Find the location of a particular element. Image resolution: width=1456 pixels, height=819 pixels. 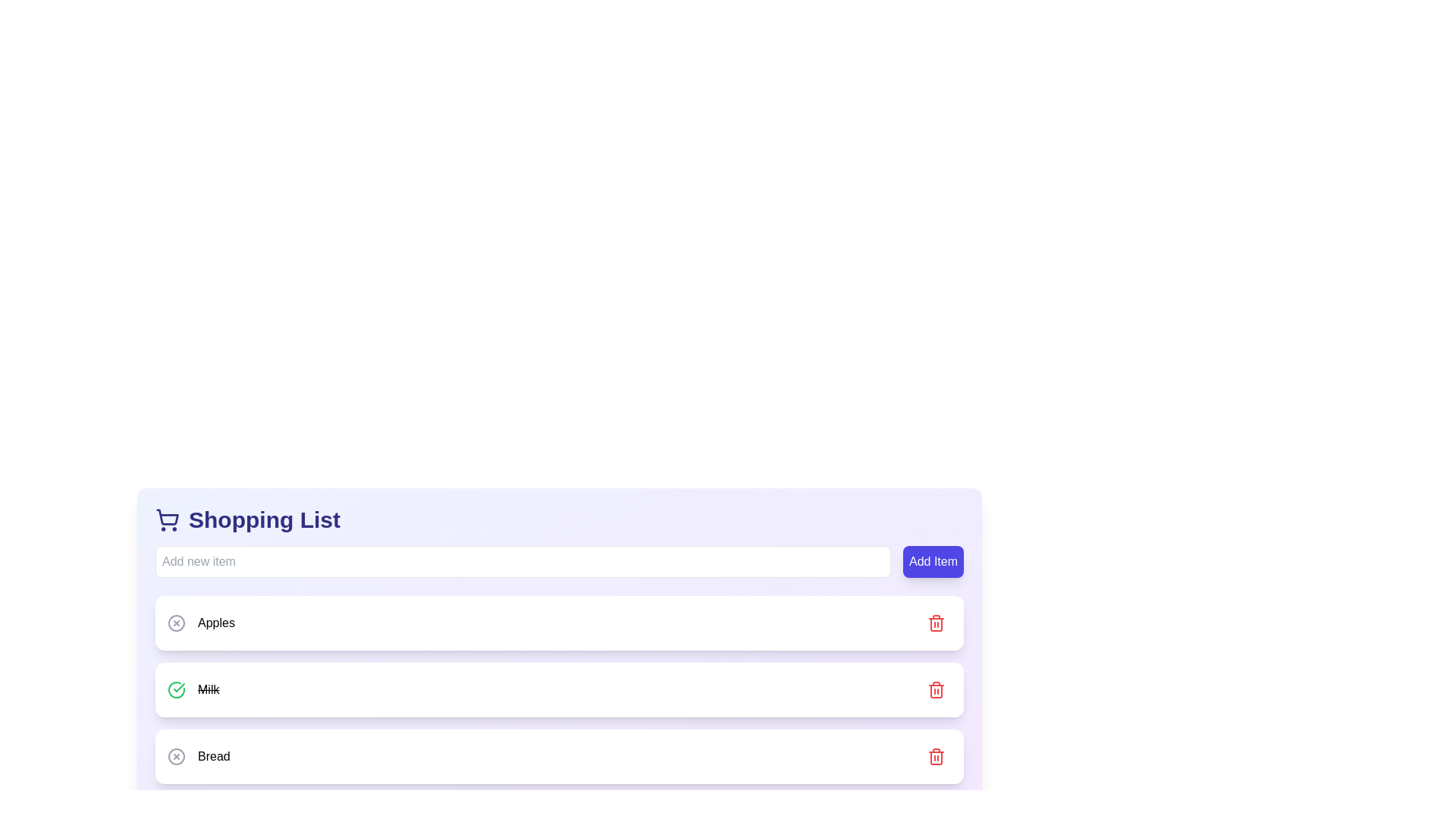

the shopping basket icon filled with items located at the top left of the shopping cart SVG design in the header section of the interface is located at coordinates (168, 516).